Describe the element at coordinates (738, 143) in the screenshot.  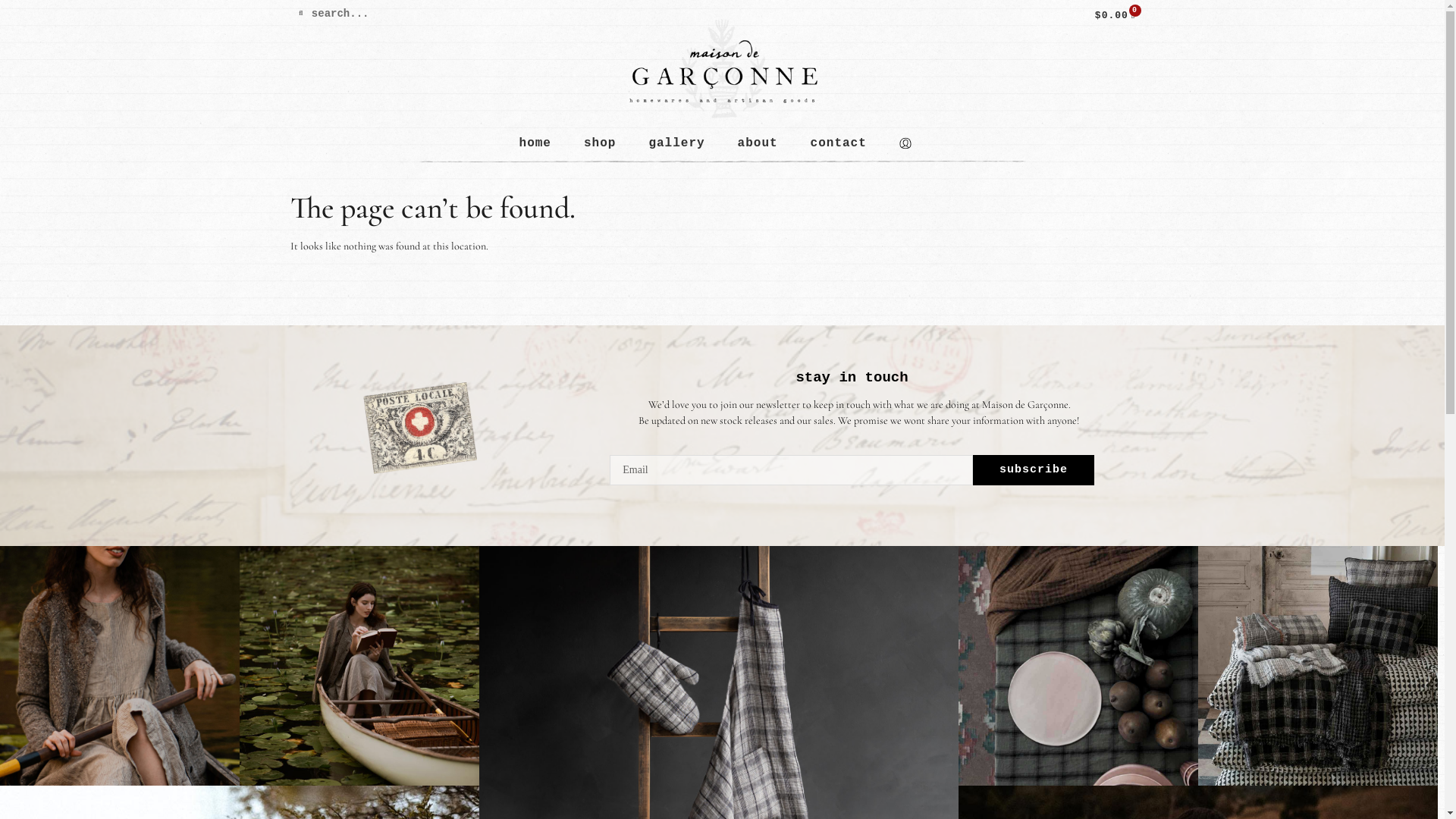
I see `'about'` at that location.